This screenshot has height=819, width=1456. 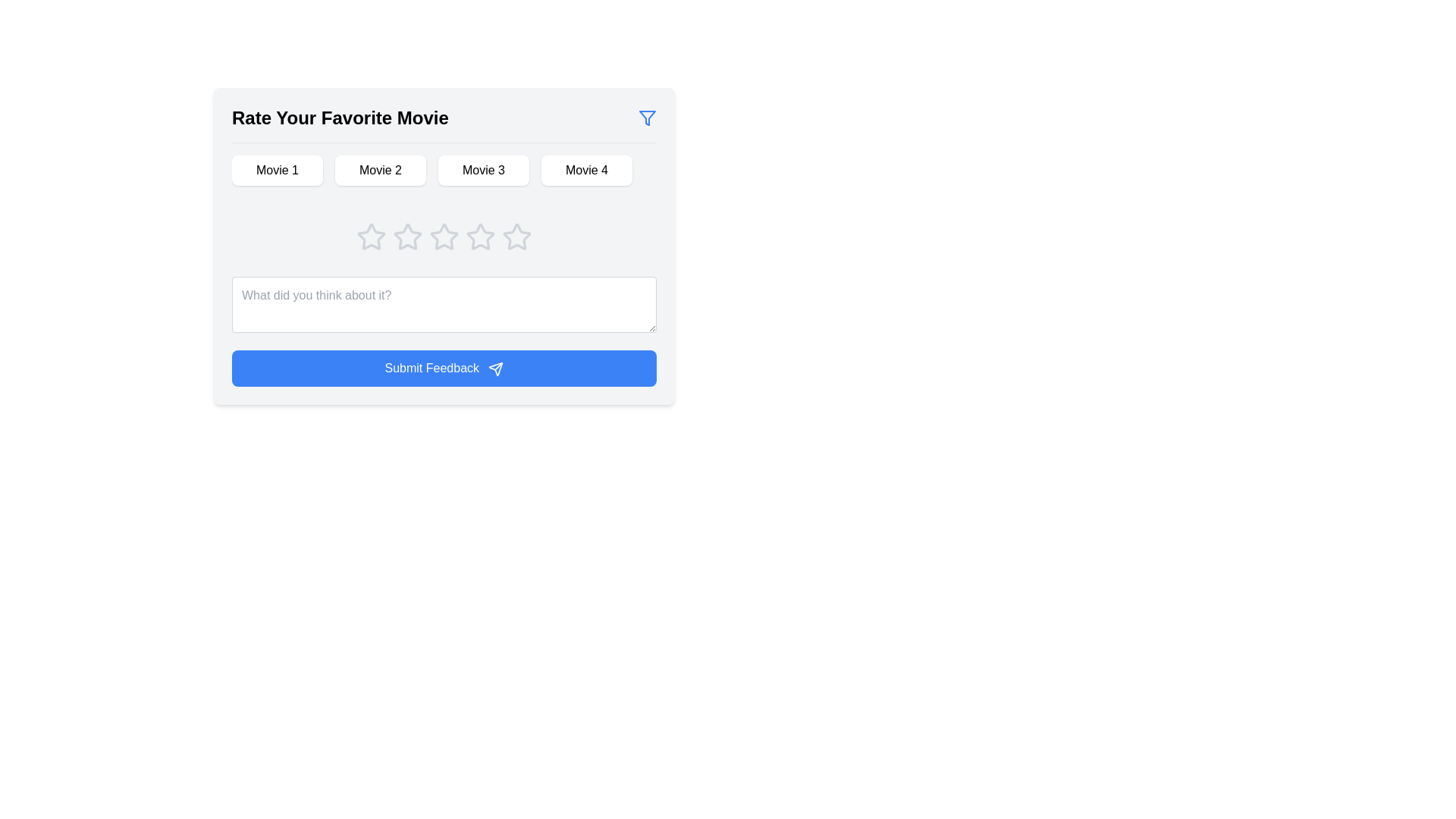 What do you see at coordinates (585, 170) in the screenshot?
I see `the text label for 'Movie 4', which serves as a selectable option in the 'Rate Your Favorite Movie' section` at bounding box center [585, 170].